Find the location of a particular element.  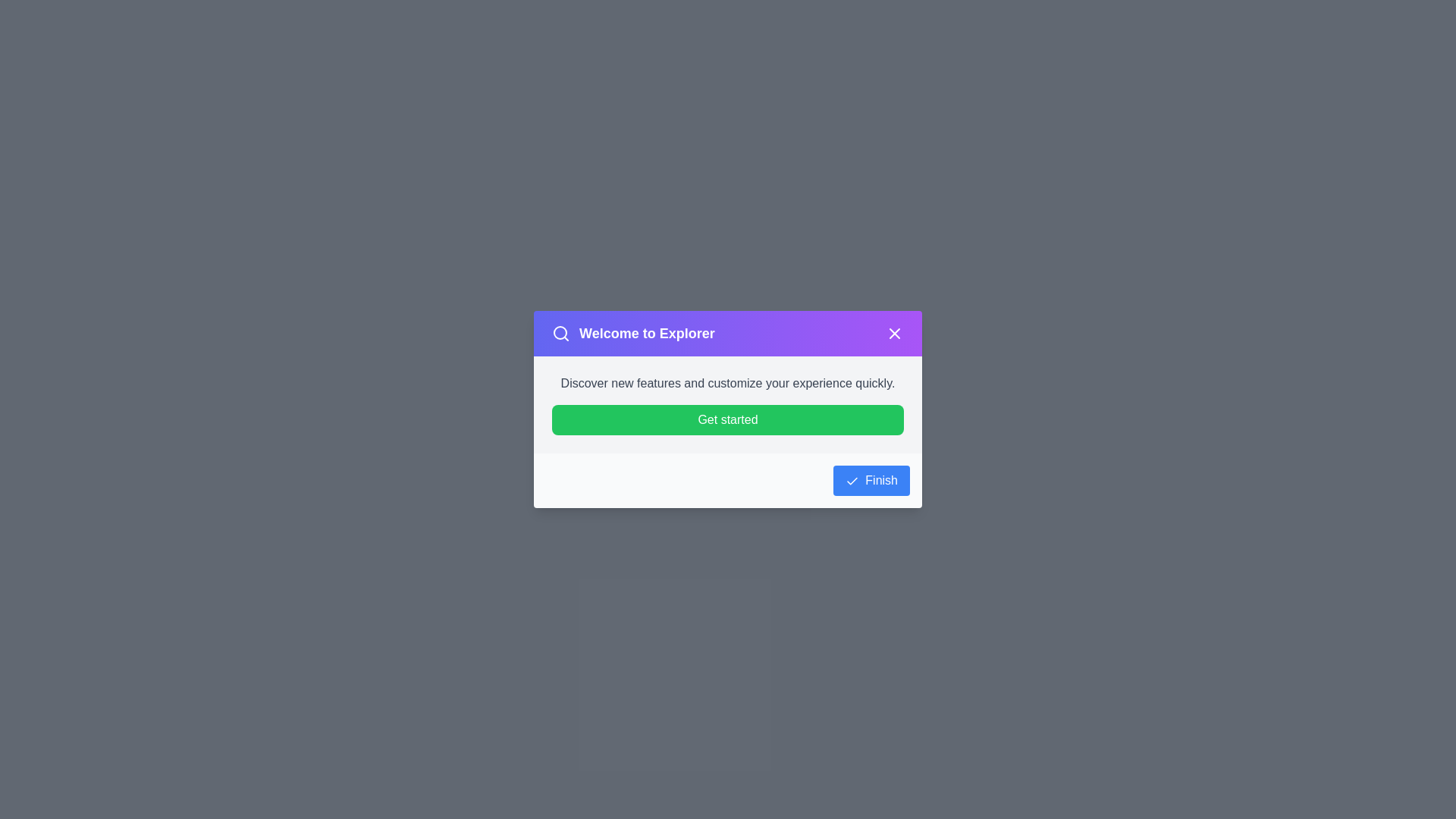

the 'Finish' button is located at coordinates (871, 480).